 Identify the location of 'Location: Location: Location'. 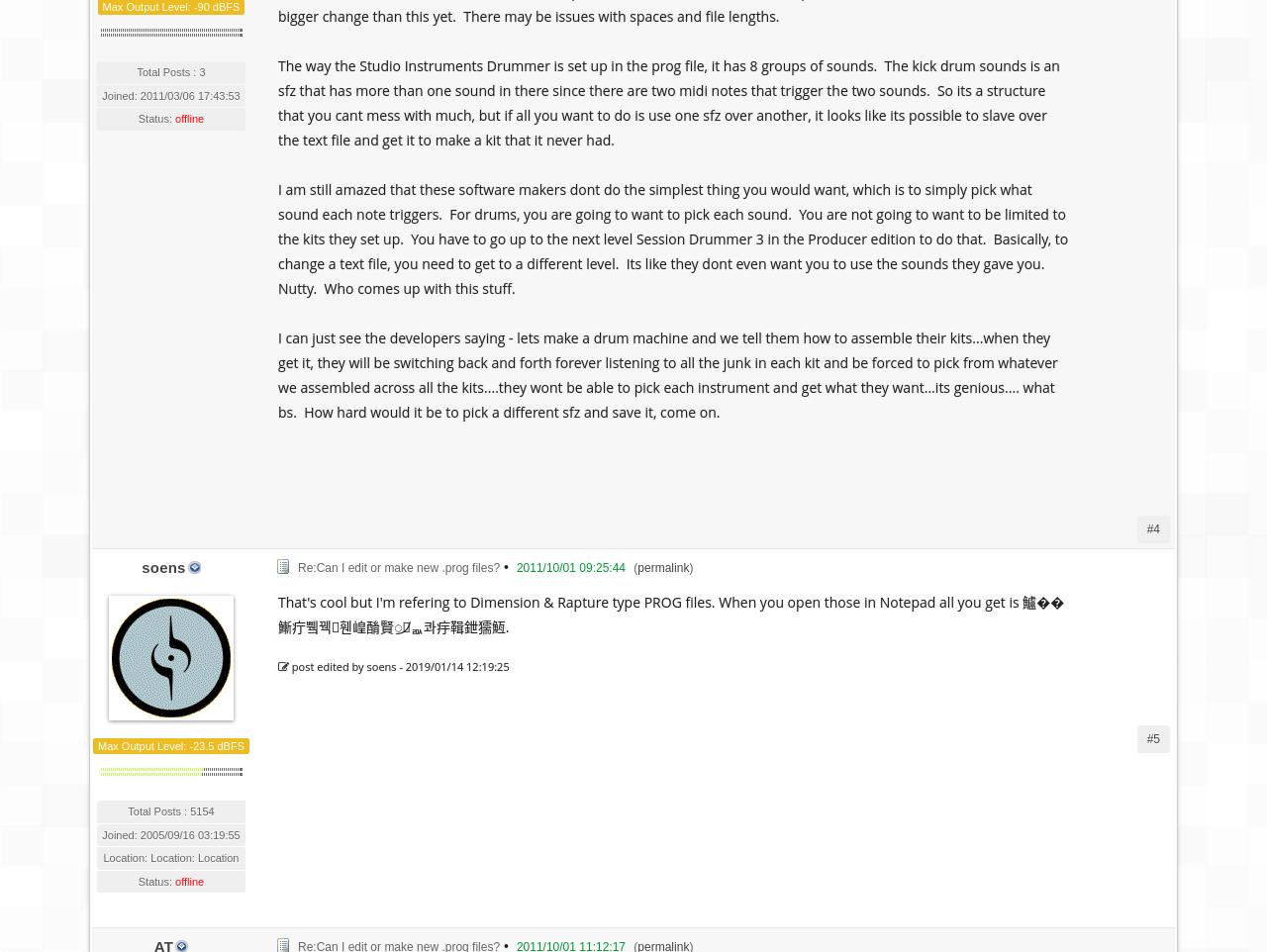
(102, 856).